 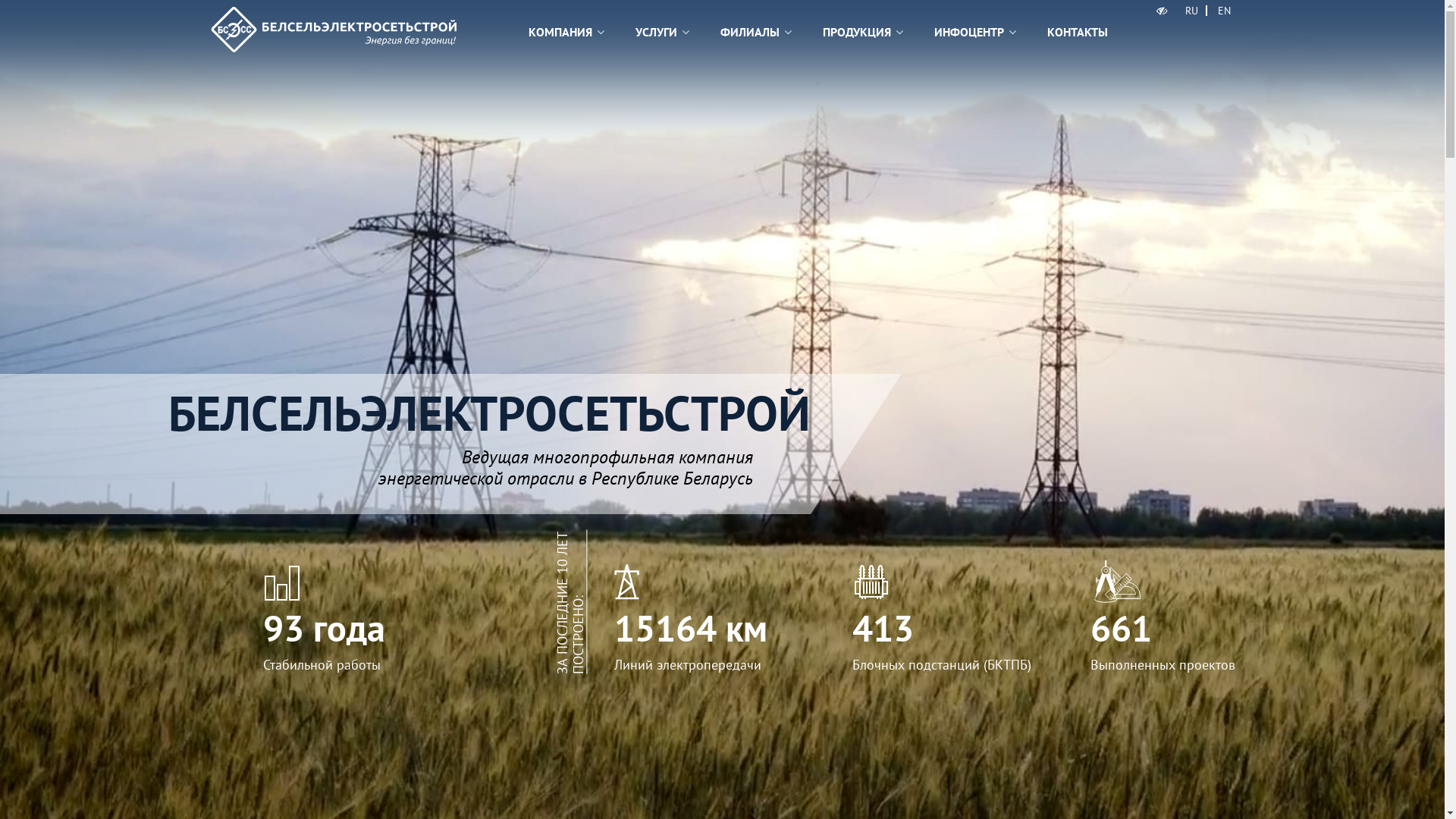 What do you see at coordinates (1210, 11) in the screenshot?
I see `'EN'` at bounding box center [1210, 11].